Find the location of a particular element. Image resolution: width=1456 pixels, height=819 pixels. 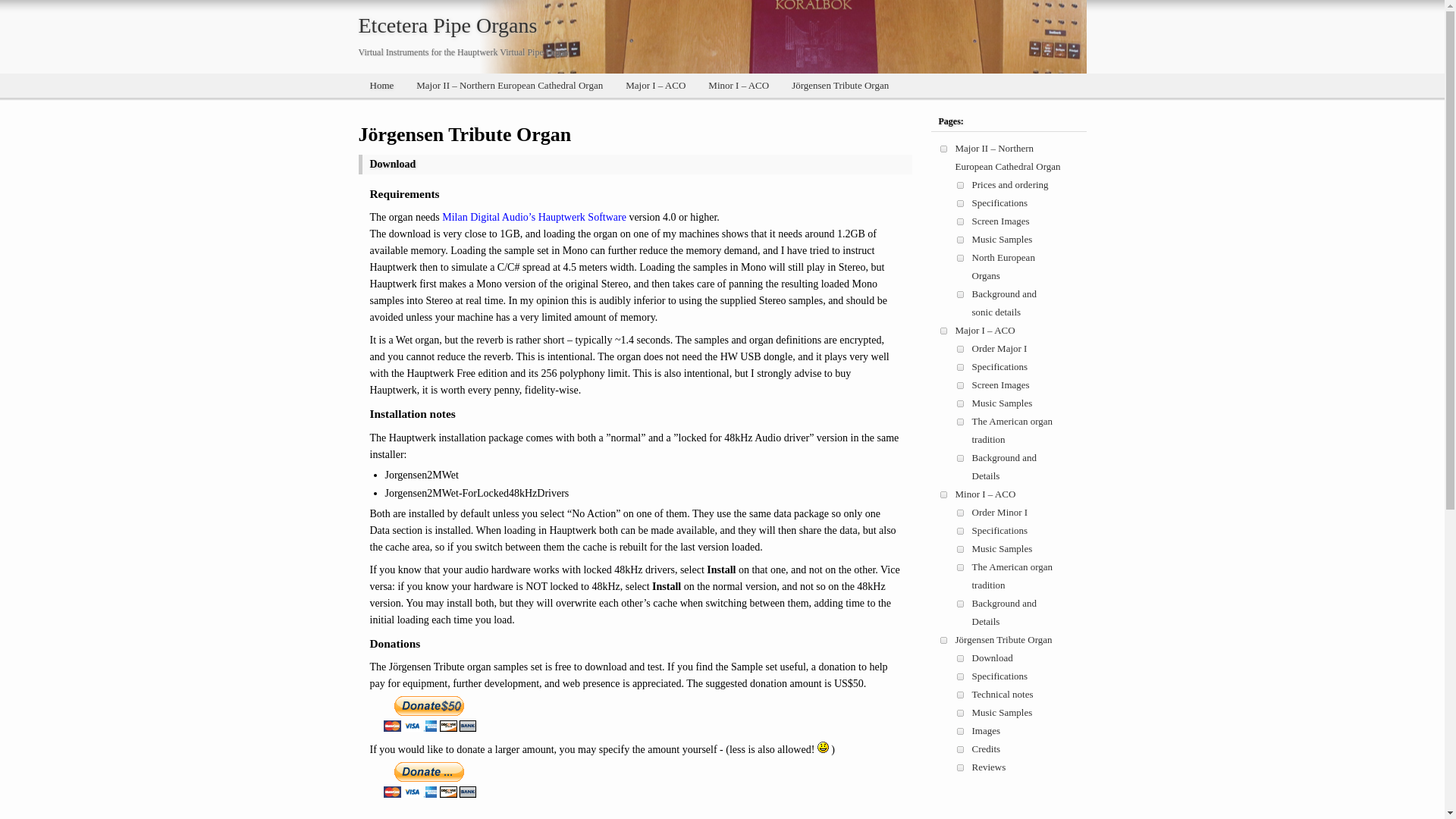

'Reviews' is located at coordinates (971, 767).